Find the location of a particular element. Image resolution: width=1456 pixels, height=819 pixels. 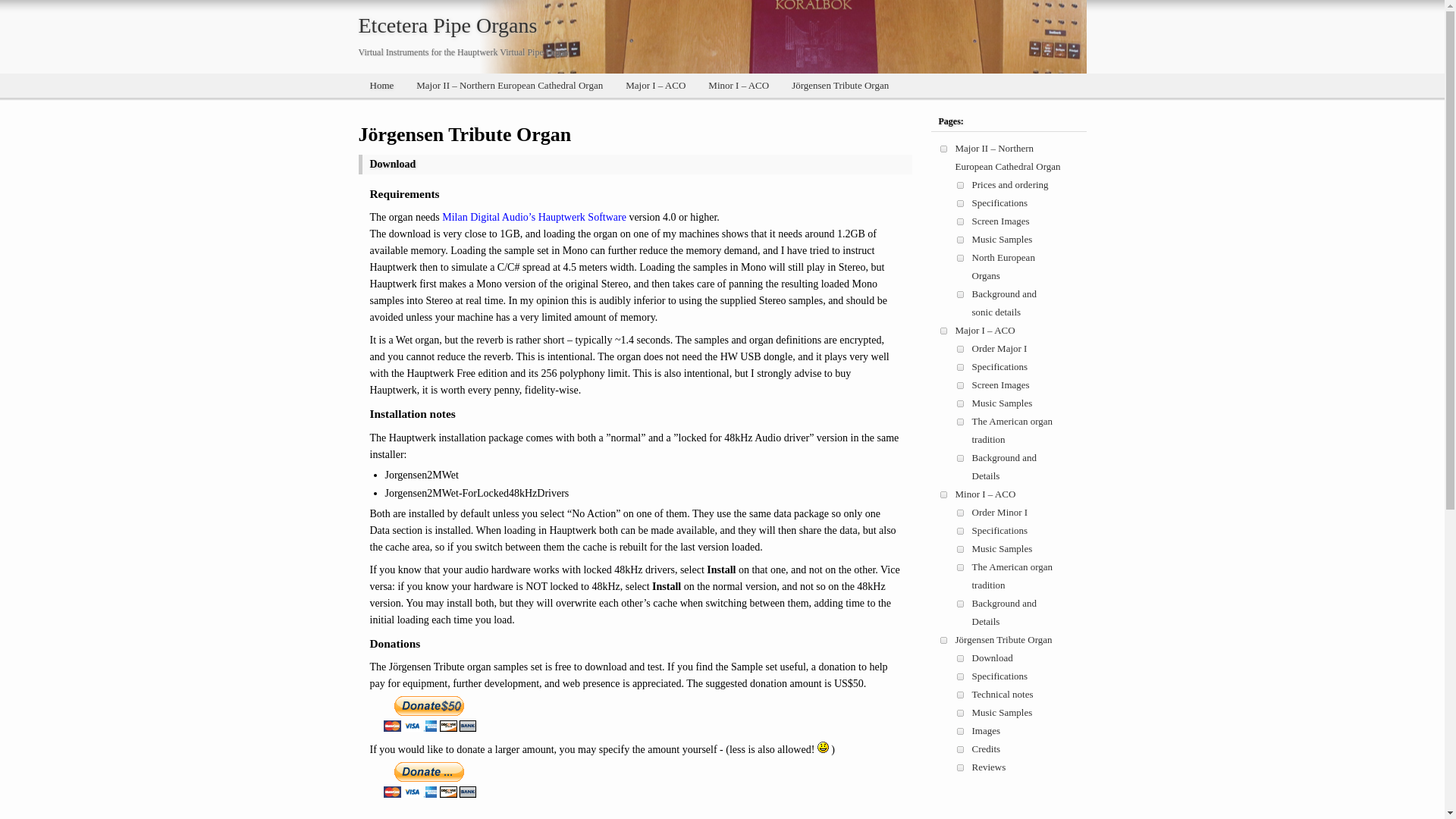

'Reviews' is located at coordinates (971, 767).